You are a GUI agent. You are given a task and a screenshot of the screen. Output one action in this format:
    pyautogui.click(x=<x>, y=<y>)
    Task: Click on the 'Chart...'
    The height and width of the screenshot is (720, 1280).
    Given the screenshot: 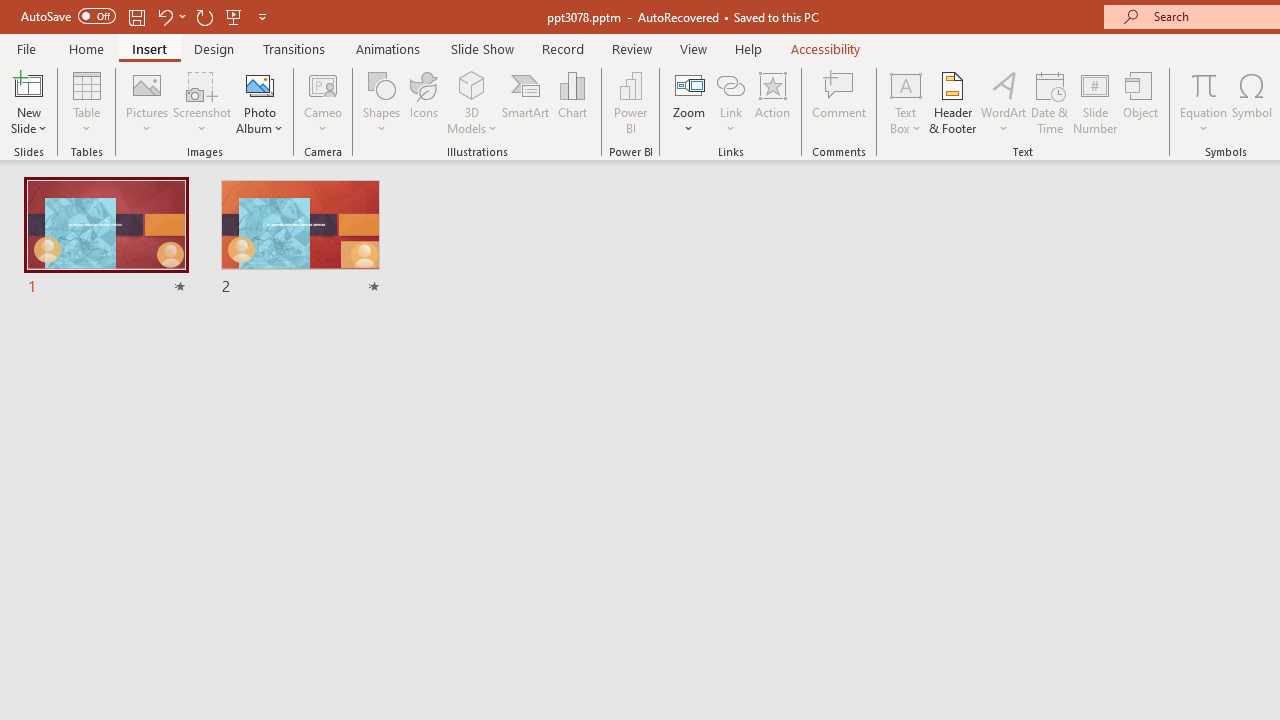 What is the action you would take?
    pyautogui.click(x=571, y=103)
    